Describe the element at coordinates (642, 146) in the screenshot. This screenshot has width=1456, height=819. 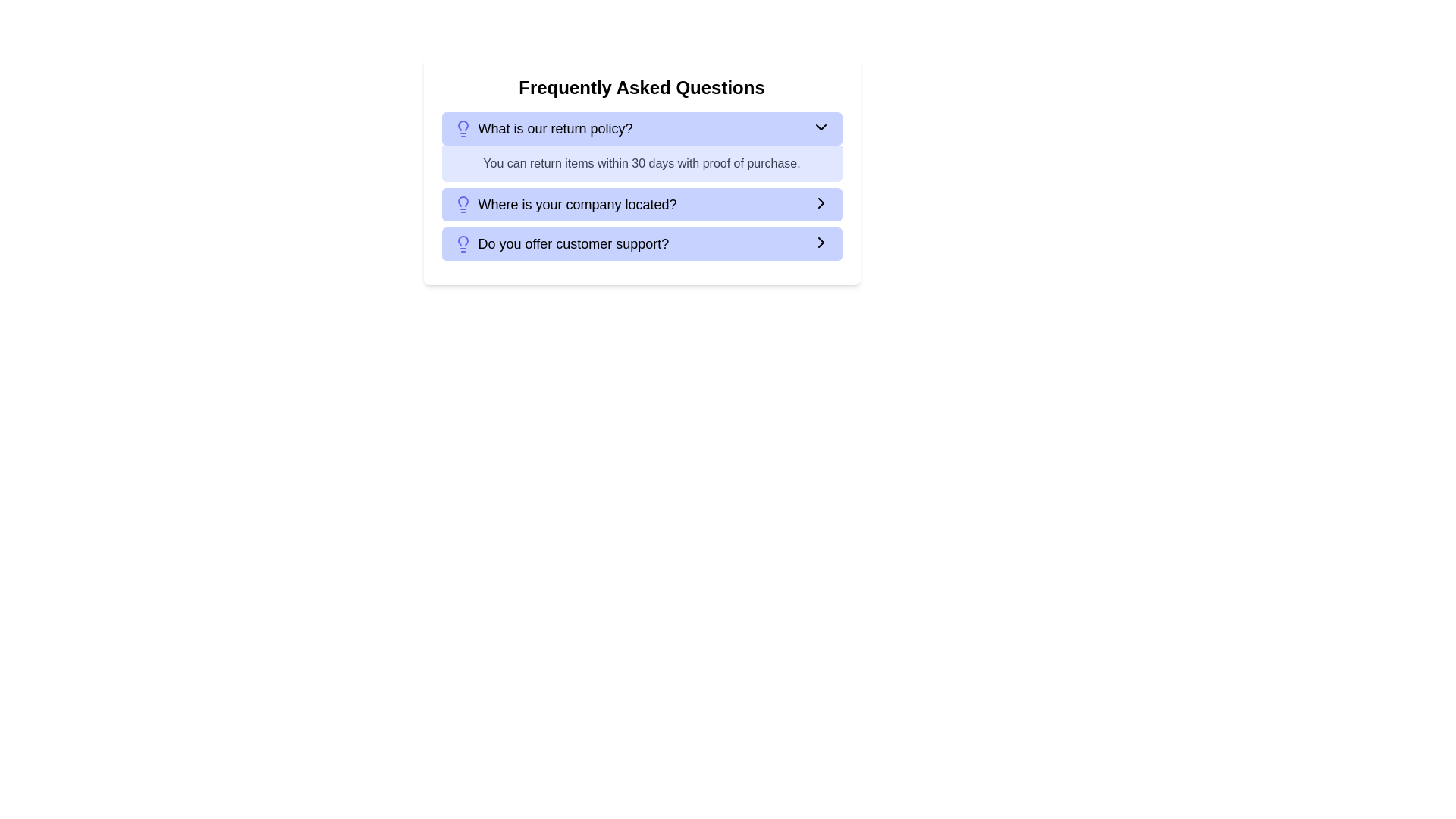
I see `details about the return policy by clicking on the collapsible FAQ item titled 'What is our return policy?', which is the first item in the FAQ section` at that location.